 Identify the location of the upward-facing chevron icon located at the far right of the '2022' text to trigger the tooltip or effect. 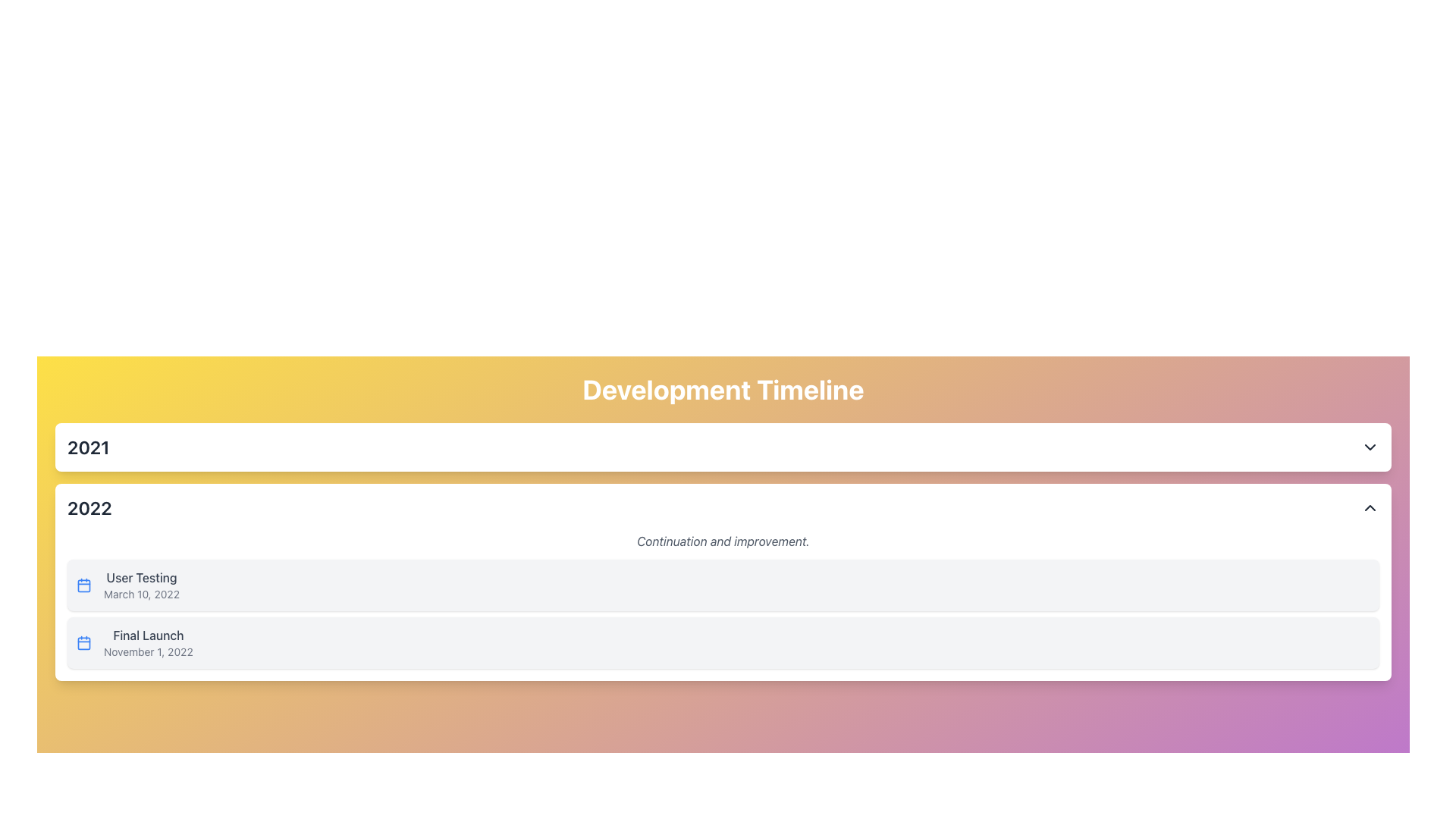
(1370, 508).